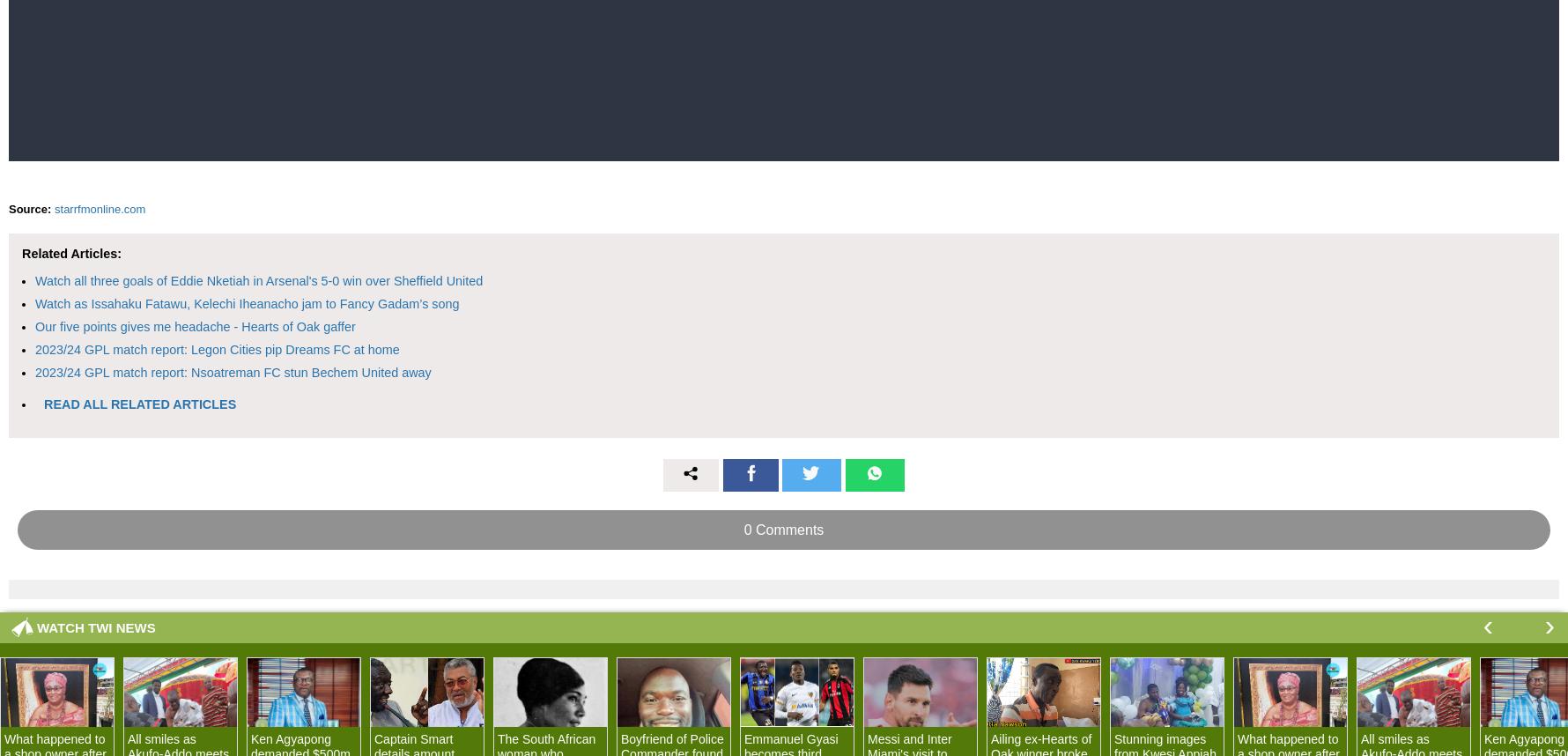  What do you see at coordinates (195, 325) in the screenshot?
I see `'Our five points gives me headache - Hearts of Oak gaffer'` at bounding box center [195, 325].